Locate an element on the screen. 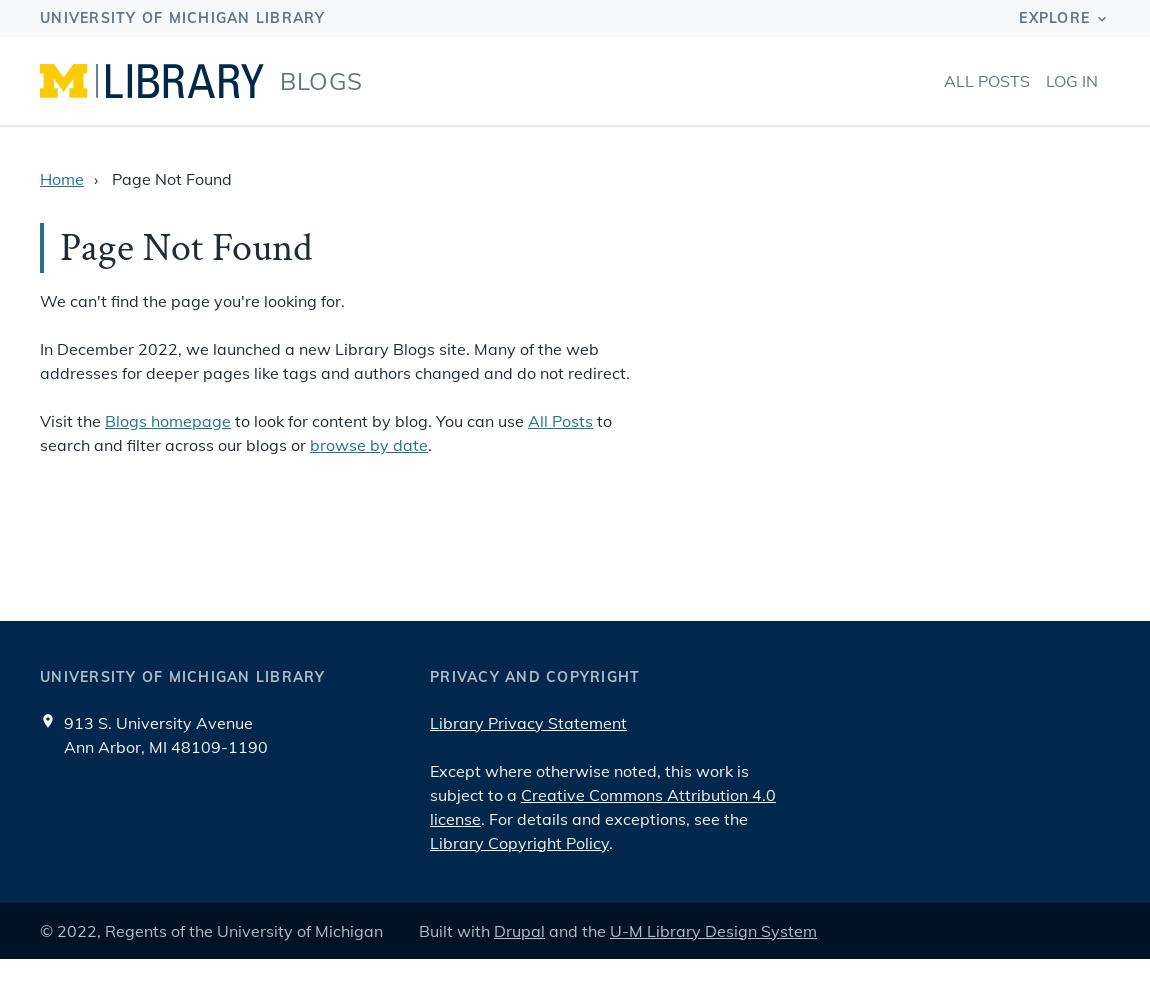 Image resolution: width=1150 pixels, height=1000 pixels. 'browse by date' is located at coordinates (369, 444).